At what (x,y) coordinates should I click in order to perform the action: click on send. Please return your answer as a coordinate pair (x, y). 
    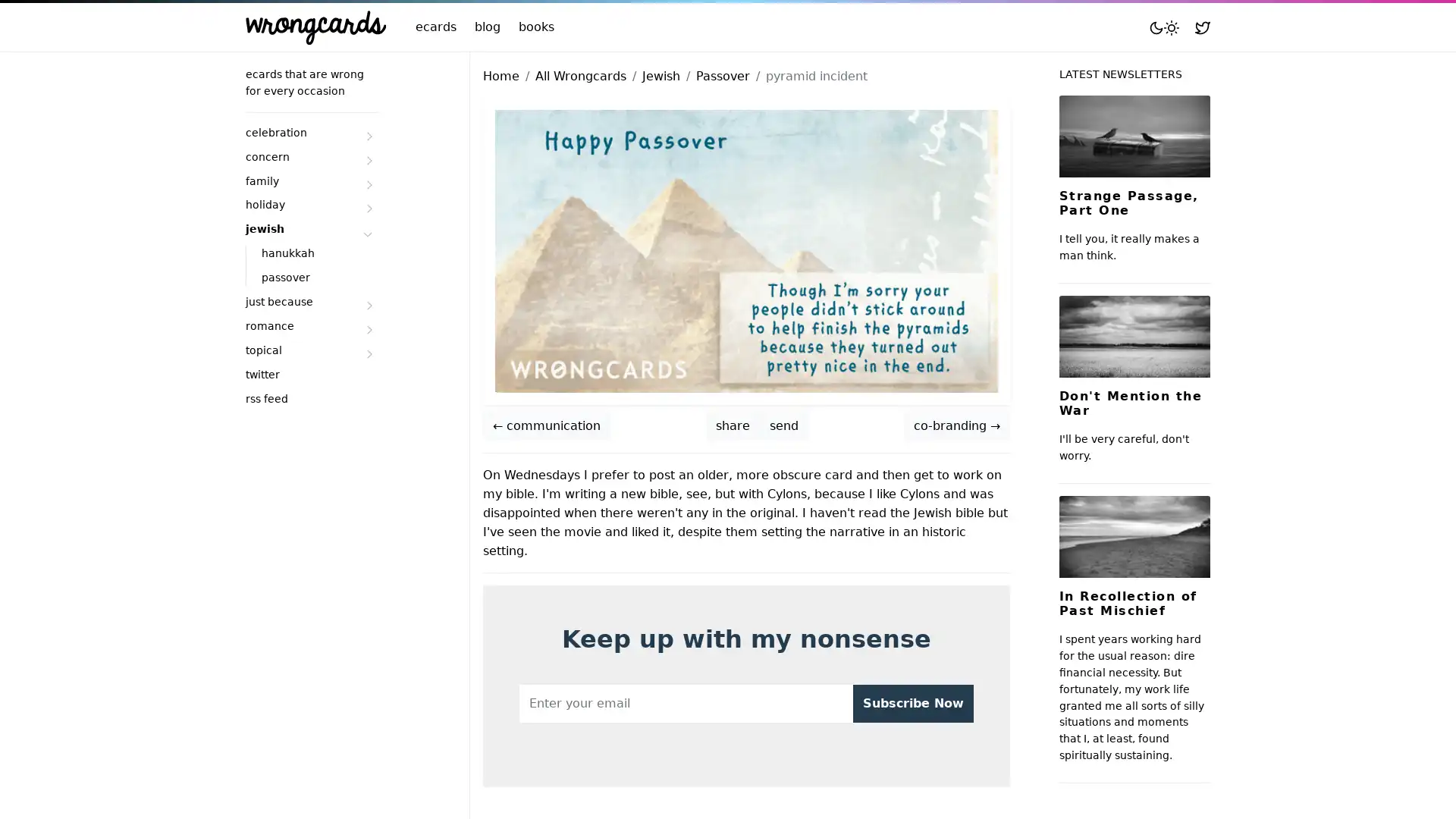
    Looking at the image, I should click on (783, 425).